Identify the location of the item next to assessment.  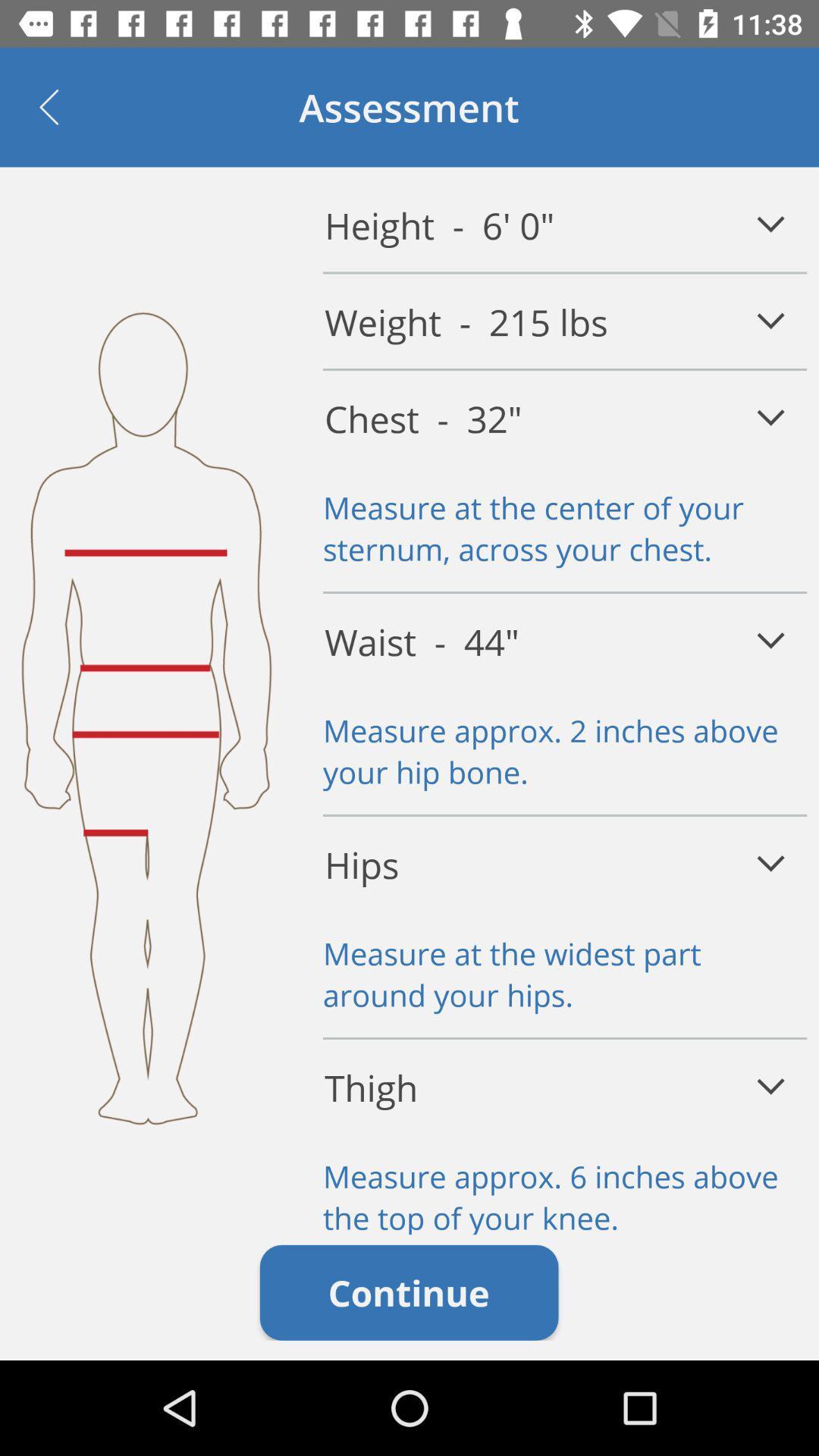
(48, 106).